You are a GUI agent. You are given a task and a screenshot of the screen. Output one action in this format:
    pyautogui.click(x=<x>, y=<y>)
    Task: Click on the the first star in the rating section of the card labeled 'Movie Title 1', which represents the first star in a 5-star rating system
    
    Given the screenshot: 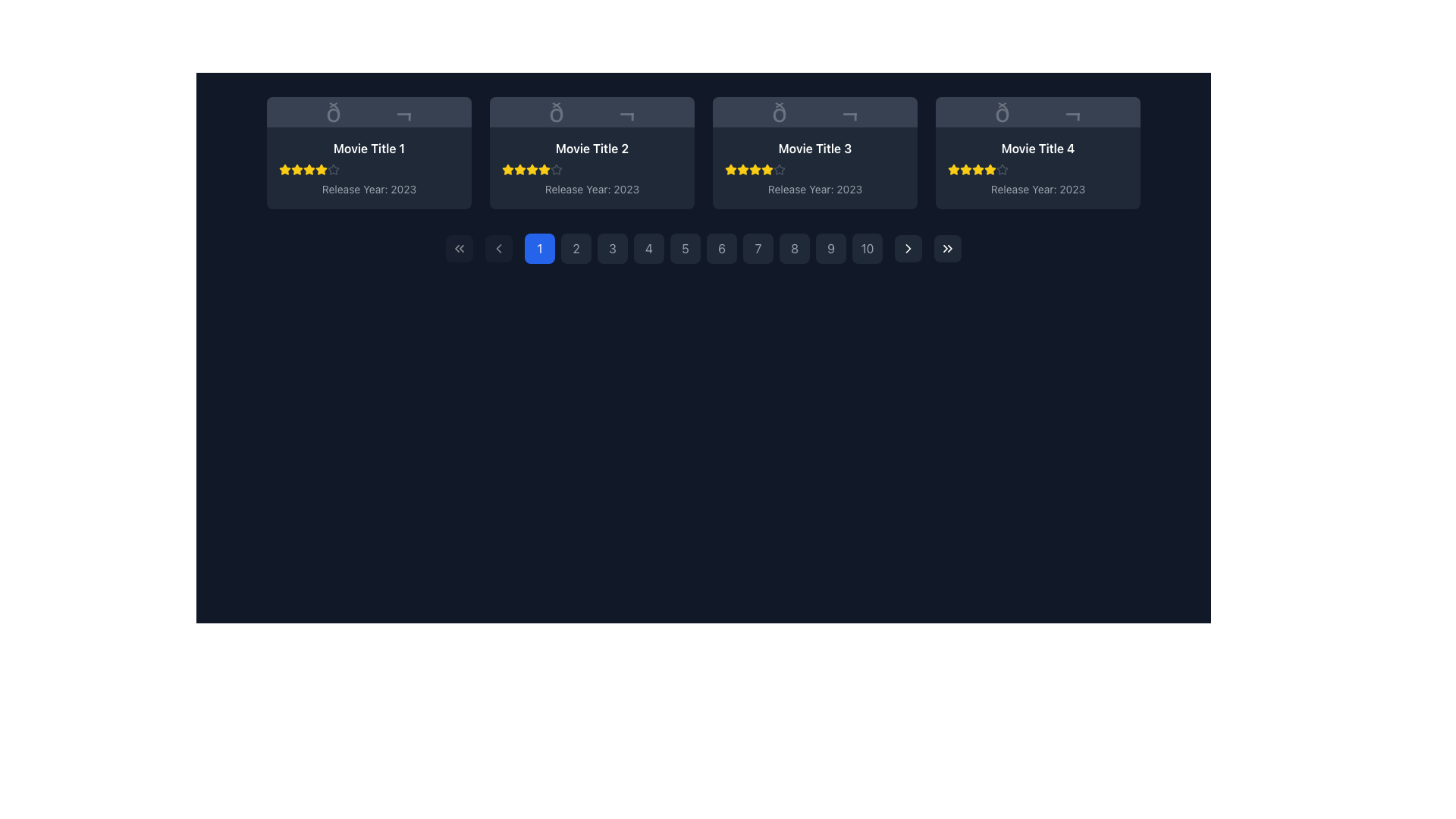 What is the action you would take?
    pyautogui.click(x=284, y=169)
    